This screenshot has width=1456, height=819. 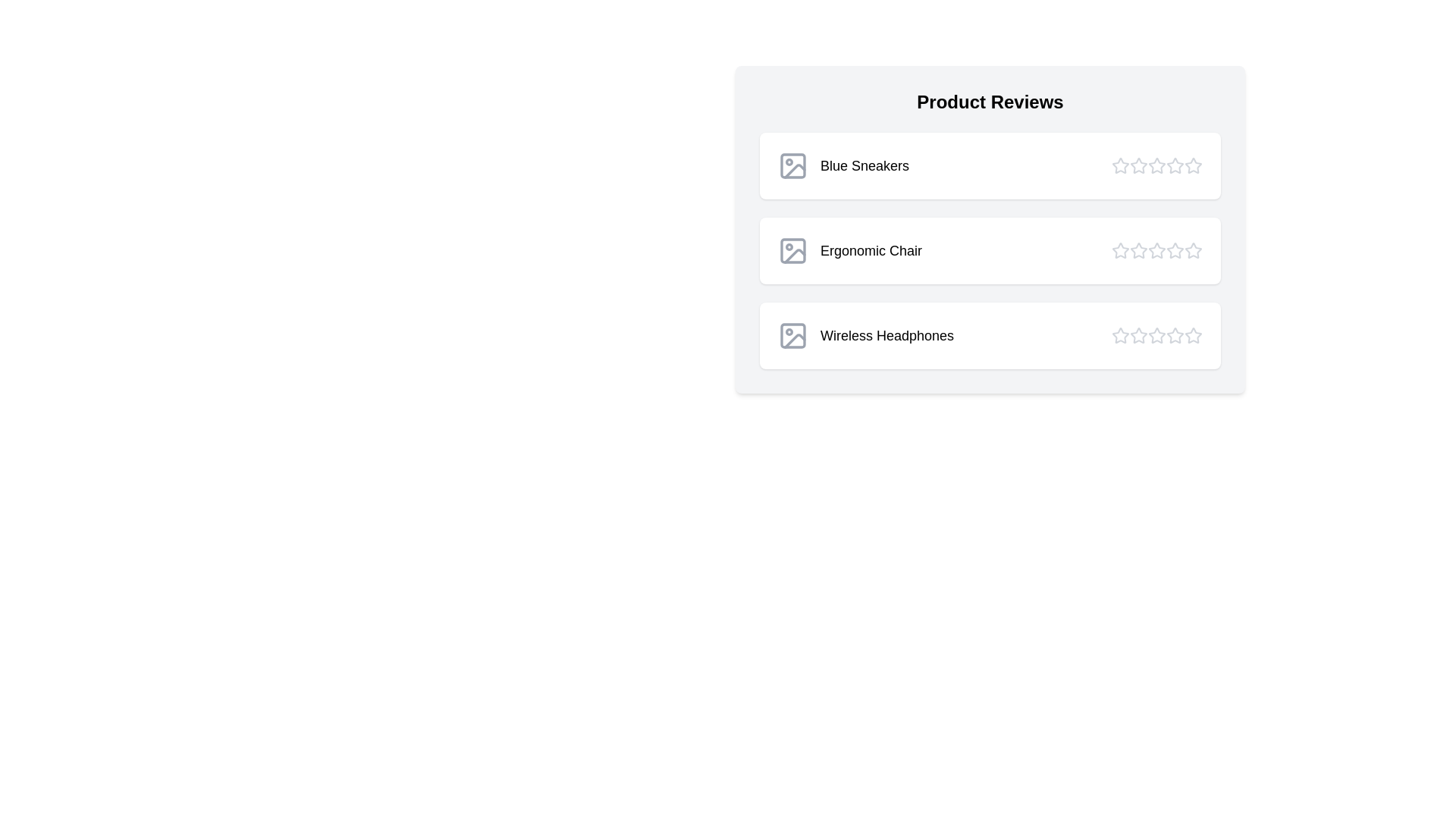 I want to click on the star corresponding to 4 stars for the product Ergonomic Chair, so click(x=1175, y=250).